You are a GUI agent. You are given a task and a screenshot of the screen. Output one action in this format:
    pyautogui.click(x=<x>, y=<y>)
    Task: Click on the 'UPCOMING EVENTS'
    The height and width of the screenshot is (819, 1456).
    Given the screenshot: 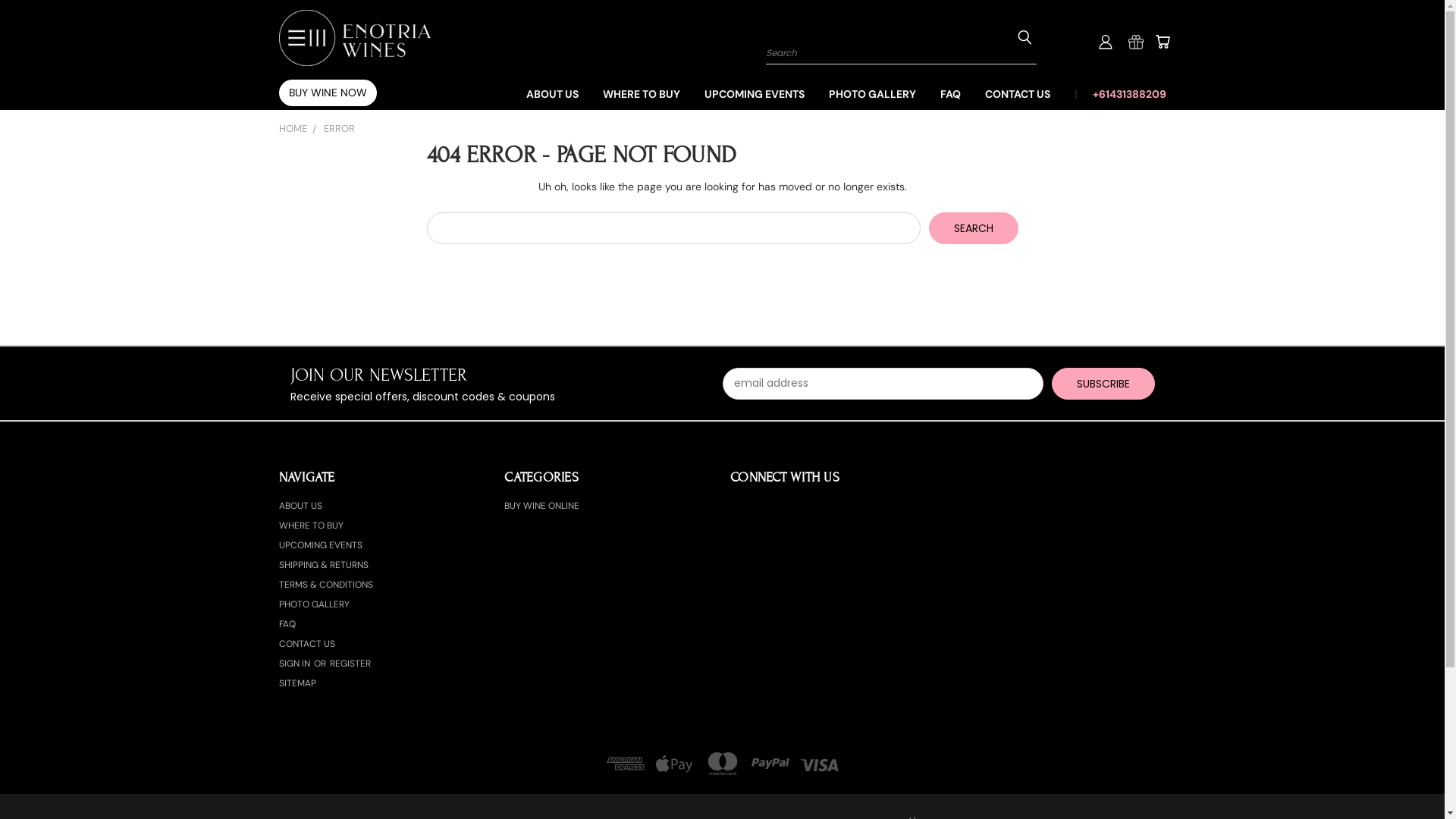 What is the action you would take?
    pyautogui.click(x=319, y=548)
    